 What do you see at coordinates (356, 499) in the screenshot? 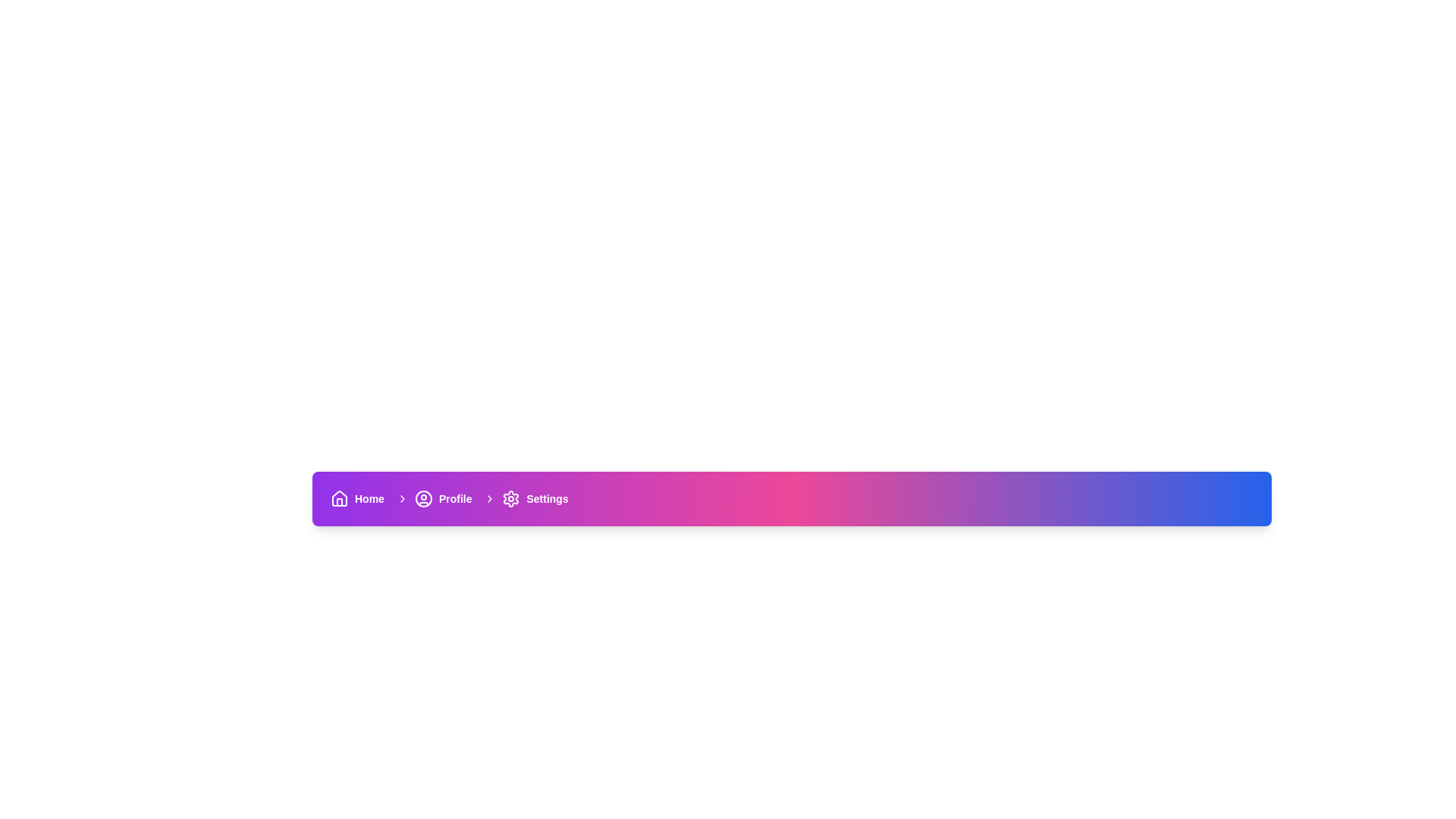
I see `the 'Home' hyperlink button with a house icon and bold text` at bounding box center [356, 499].